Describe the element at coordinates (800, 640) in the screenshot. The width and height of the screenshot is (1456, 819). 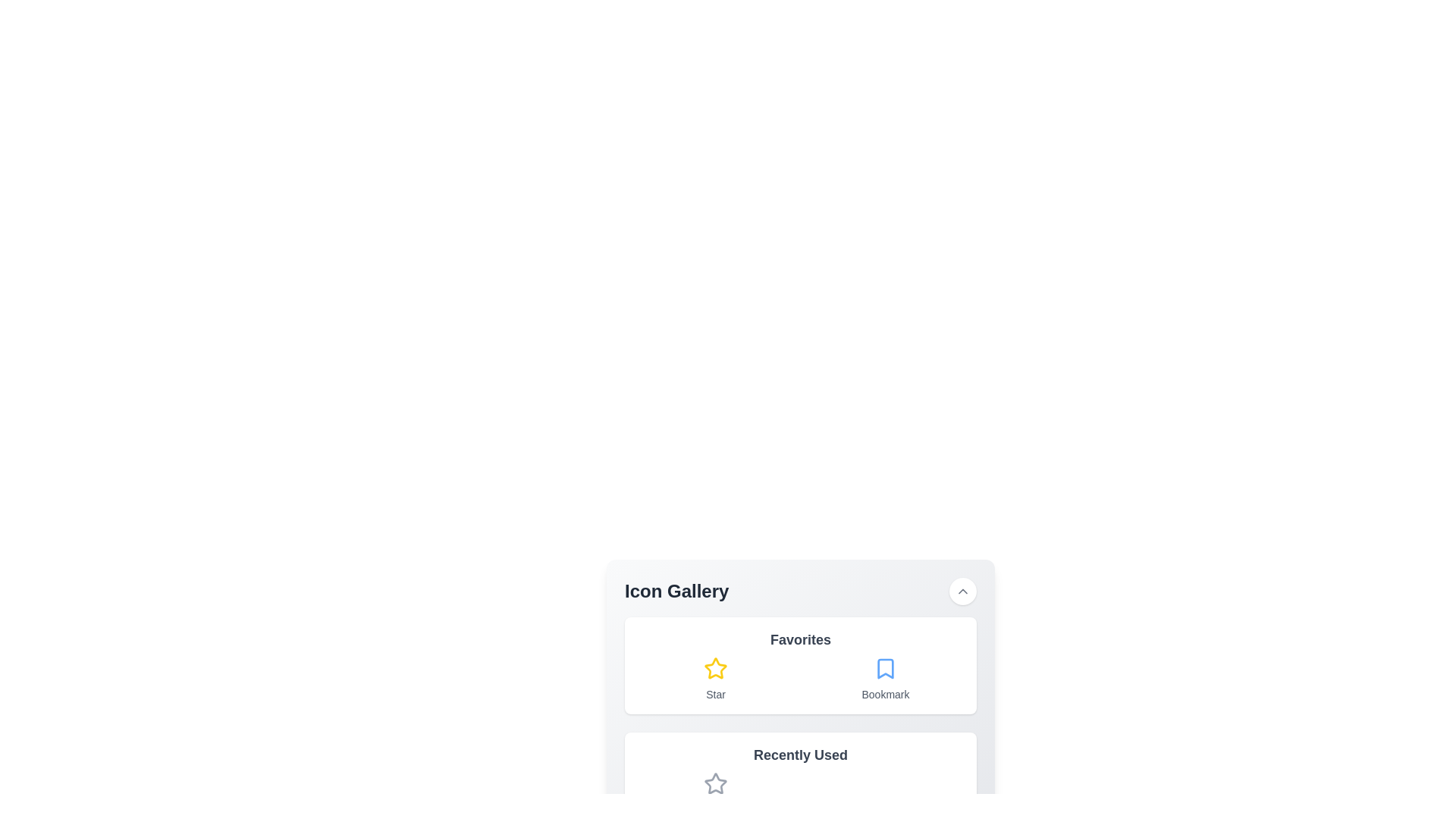
I see `'Favorites' text label that categorizes the content below it, which is positioned above a grid layout of icons` at that location.